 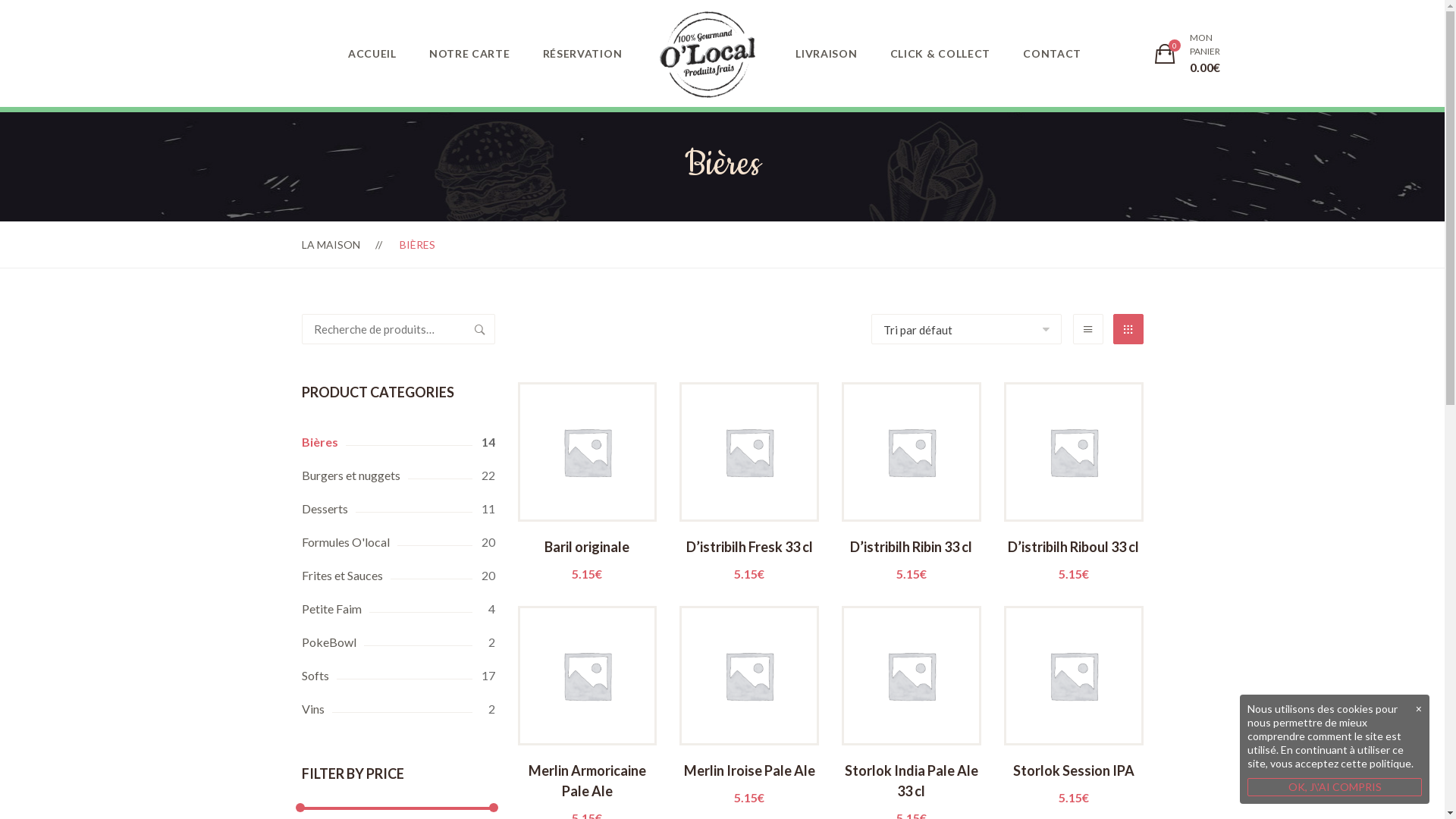 I want to click on 'Frites et Sauces', so click(x=398, y=576).